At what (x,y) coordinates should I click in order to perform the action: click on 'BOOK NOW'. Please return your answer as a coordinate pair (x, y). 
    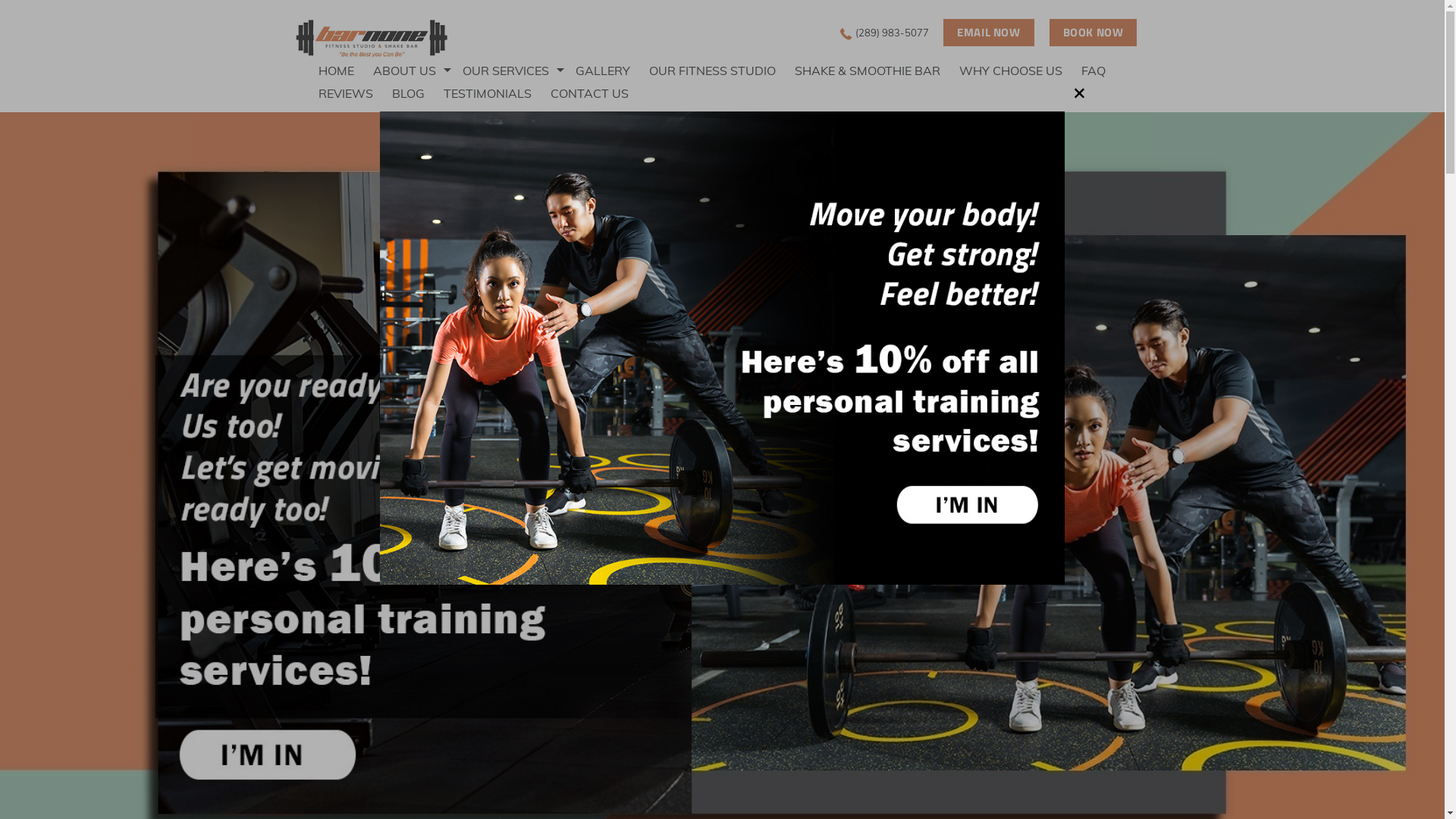
    Looking at the image, I should click on (1093, 32).